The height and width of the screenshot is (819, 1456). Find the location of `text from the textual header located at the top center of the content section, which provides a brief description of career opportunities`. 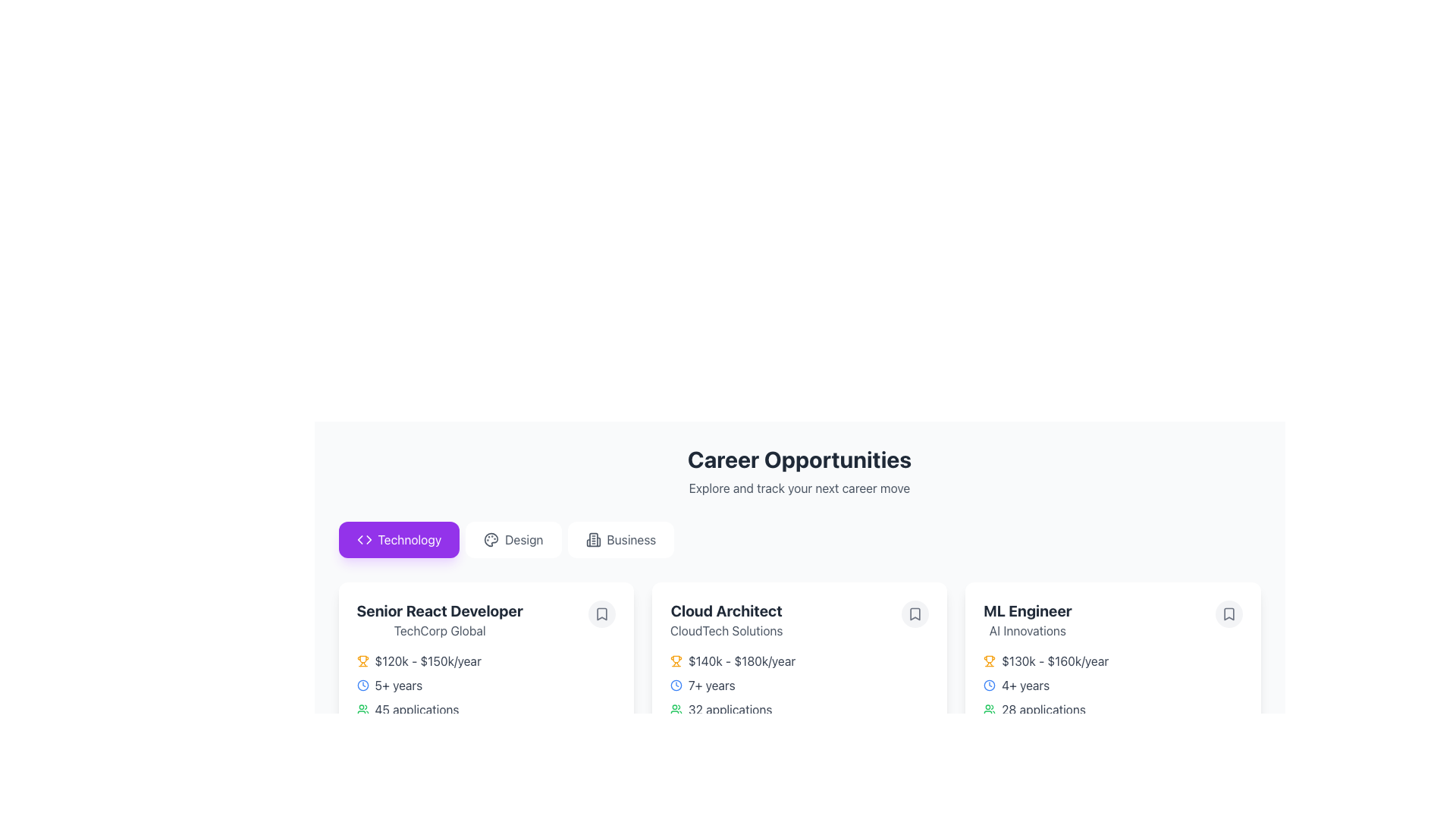

text from the textual header located at the top center of the content section, which provides a brief description of career opportunities is located at coordinates (799, 470).